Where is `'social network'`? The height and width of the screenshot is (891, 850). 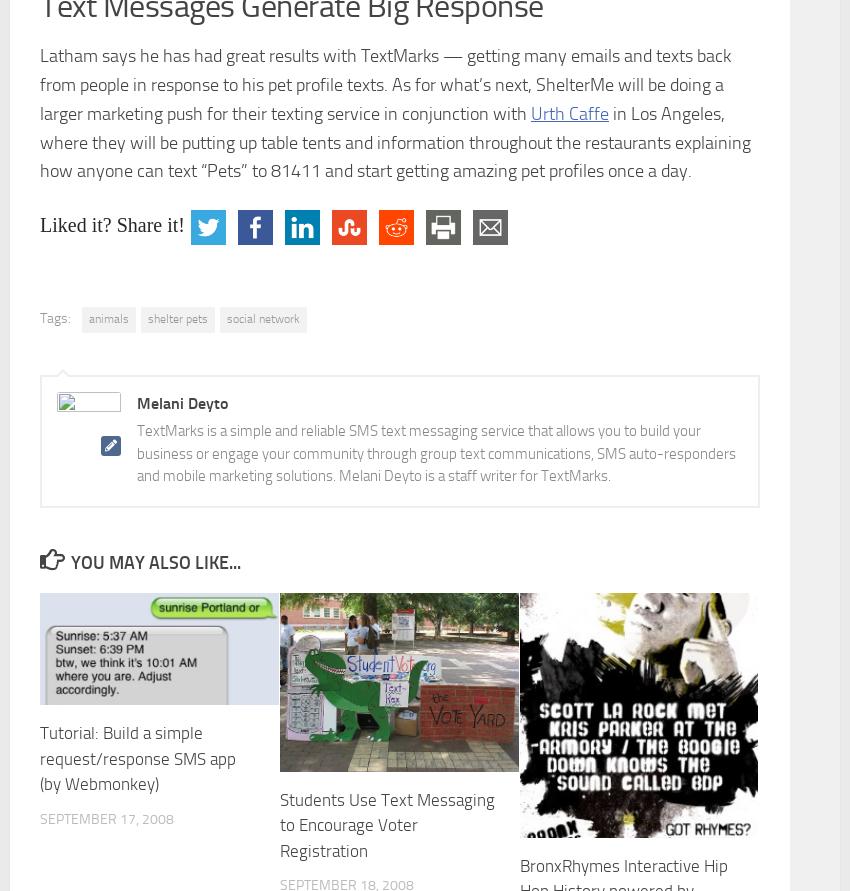 'social network' is located at coordinates (262, 317).